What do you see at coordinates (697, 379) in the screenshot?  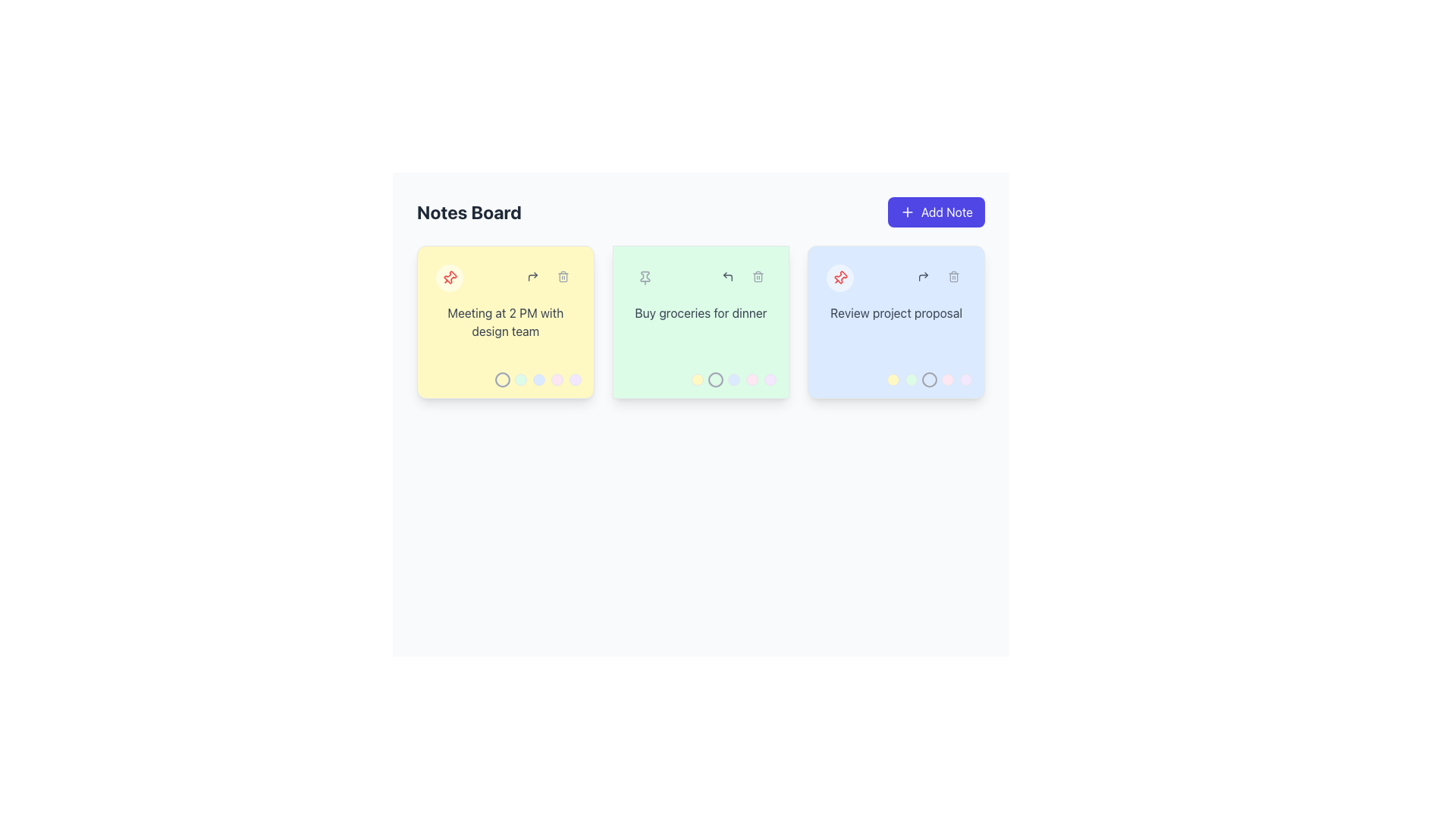 I see `the first color indicator or selection circle located at the lower-right corner of the note titled 'Buy groceries for dinner'` at bounding box center [697, 379].